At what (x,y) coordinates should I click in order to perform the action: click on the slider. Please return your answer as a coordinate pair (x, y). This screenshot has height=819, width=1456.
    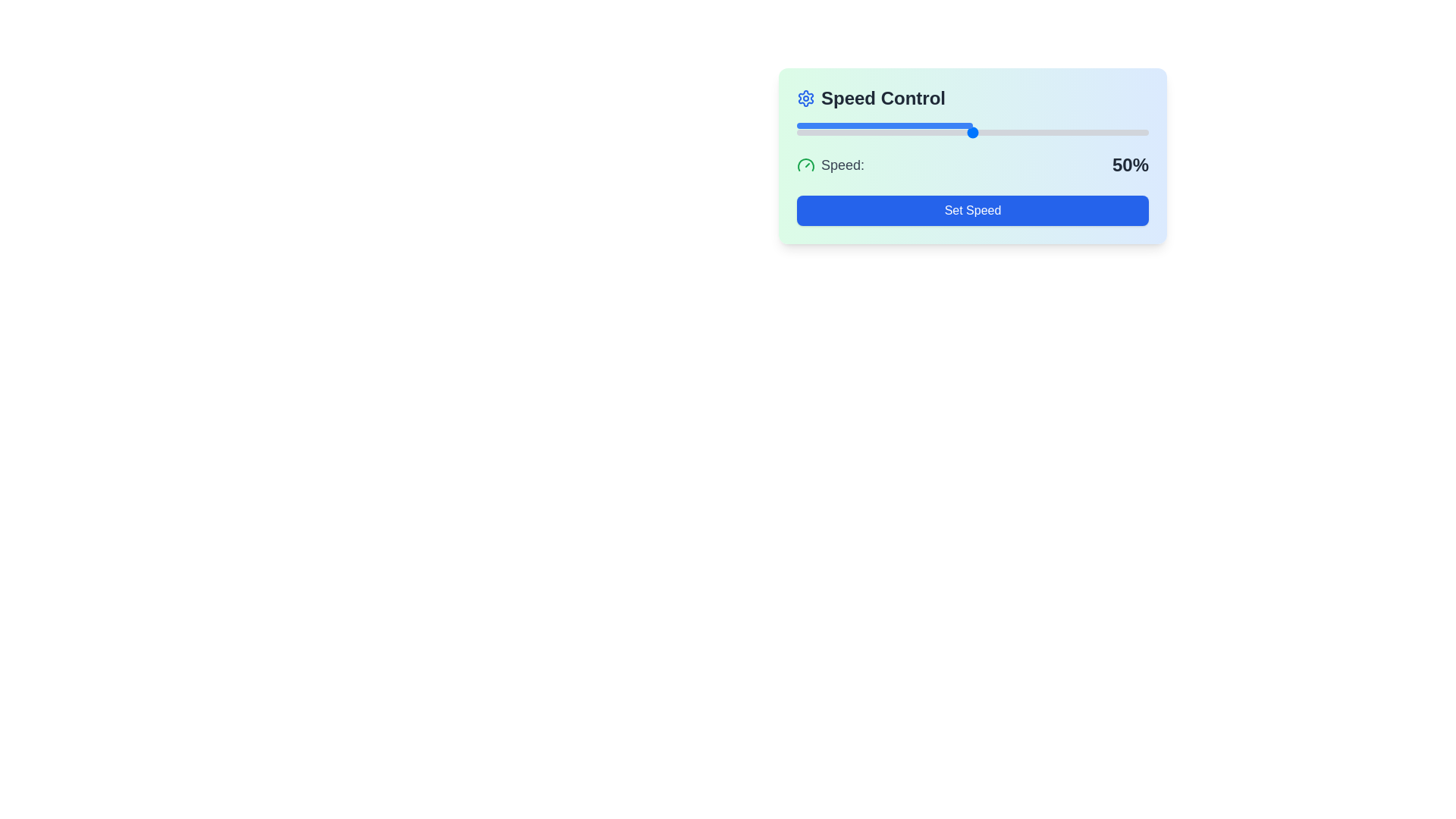
    Looking at the image, I should click on (951, 131).